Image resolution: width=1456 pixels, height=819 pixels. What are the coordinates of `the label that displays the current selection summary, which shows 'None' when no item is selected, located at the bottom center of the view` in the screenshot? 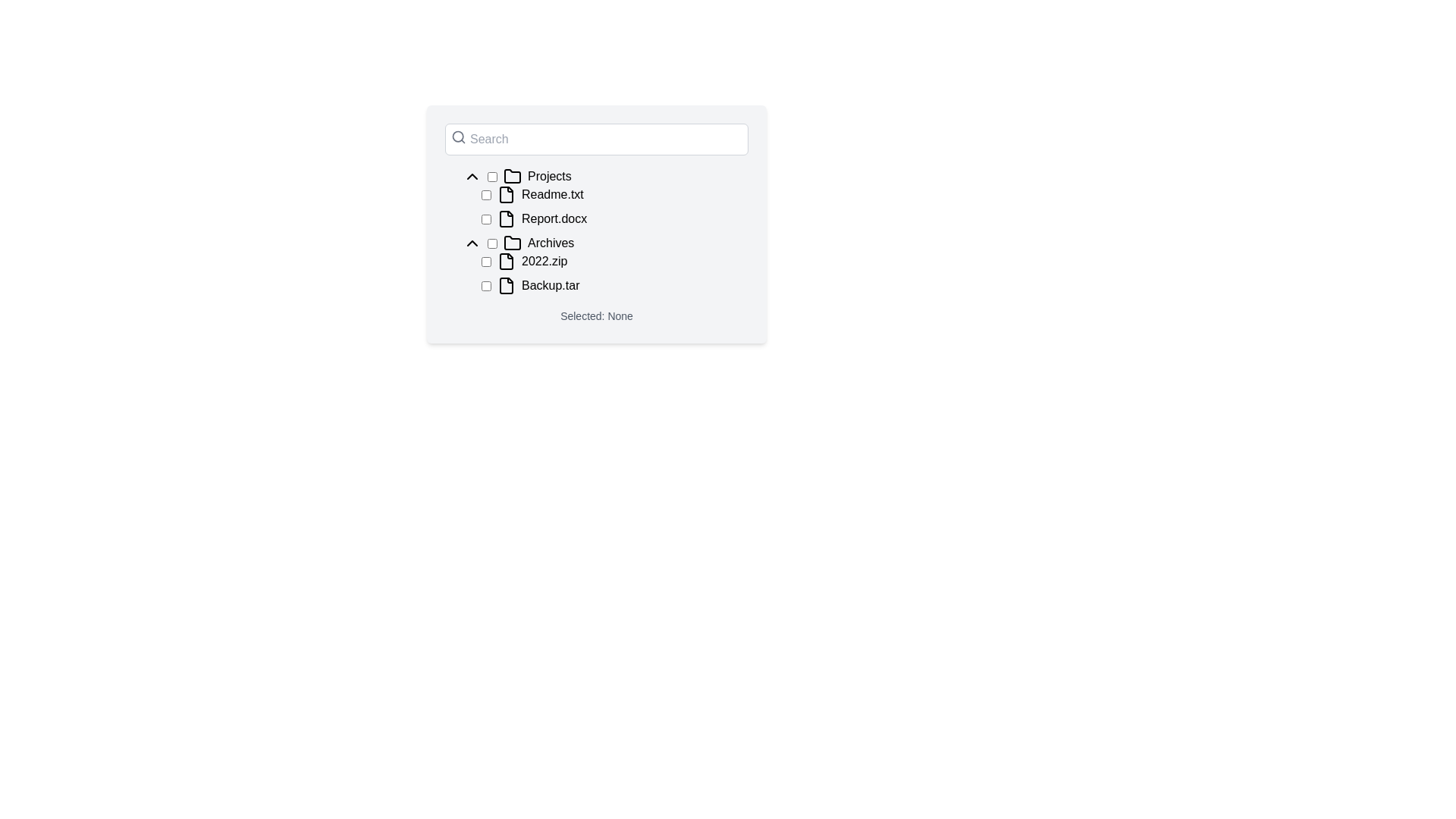 It's located at (596, 315).